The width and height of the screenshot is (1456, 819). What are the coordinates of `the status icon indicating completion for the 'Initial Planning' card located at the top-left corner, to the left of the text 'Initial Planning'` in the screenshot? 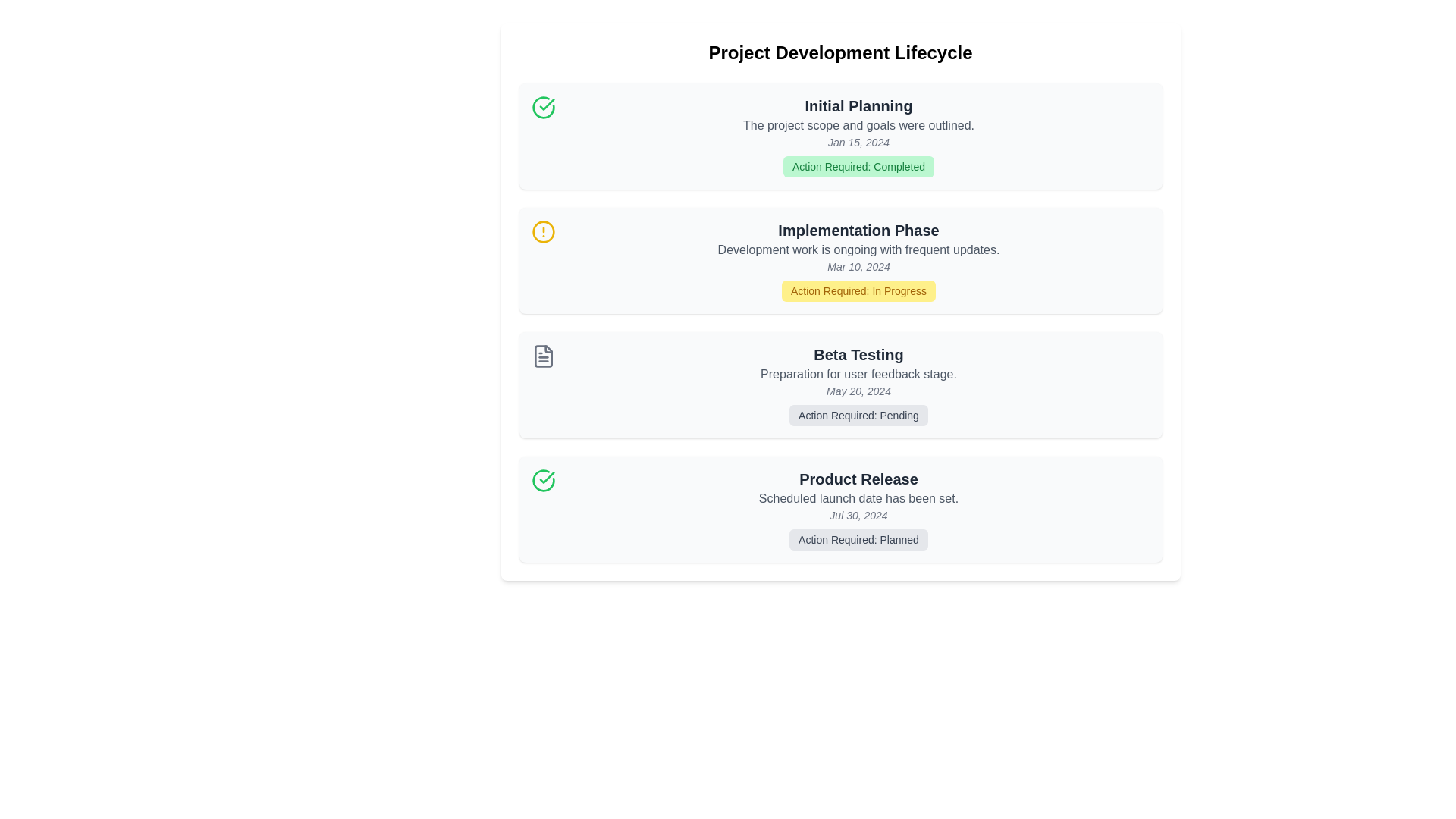 It's located at (543, 107).